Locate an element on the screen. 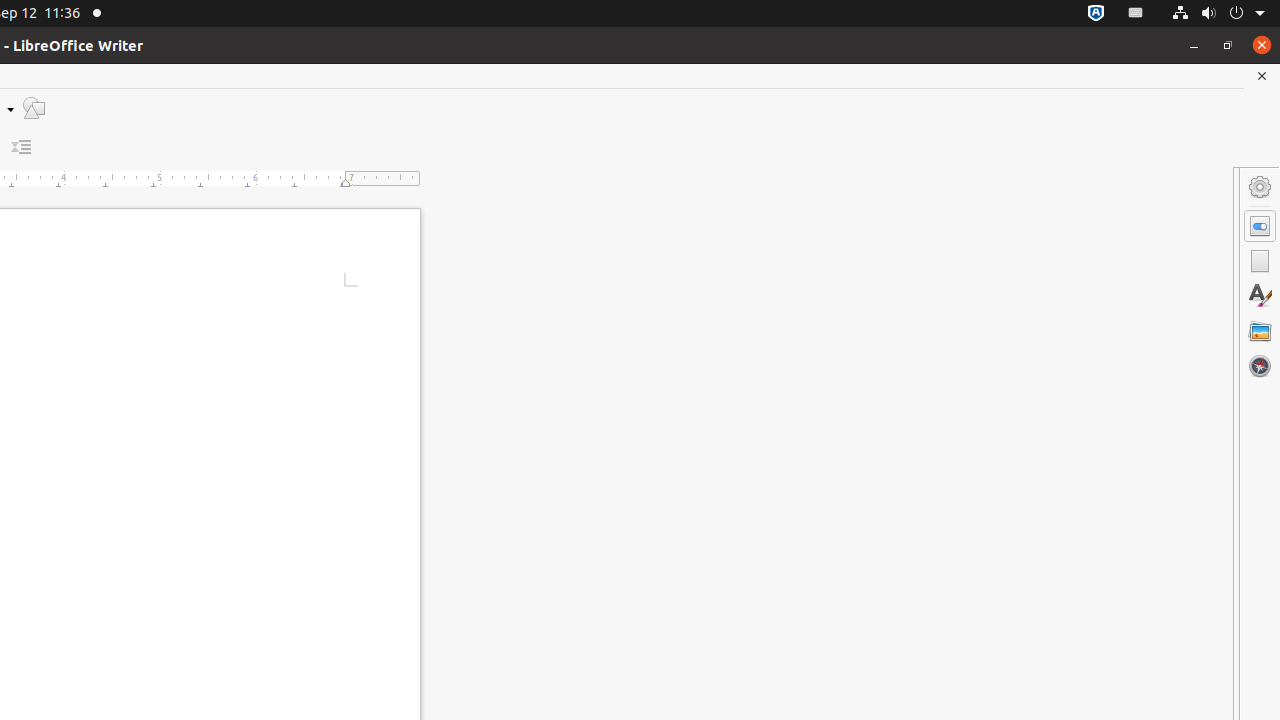 The image size is (1280, 720). 'System' is located at coordinates (1217, 13).